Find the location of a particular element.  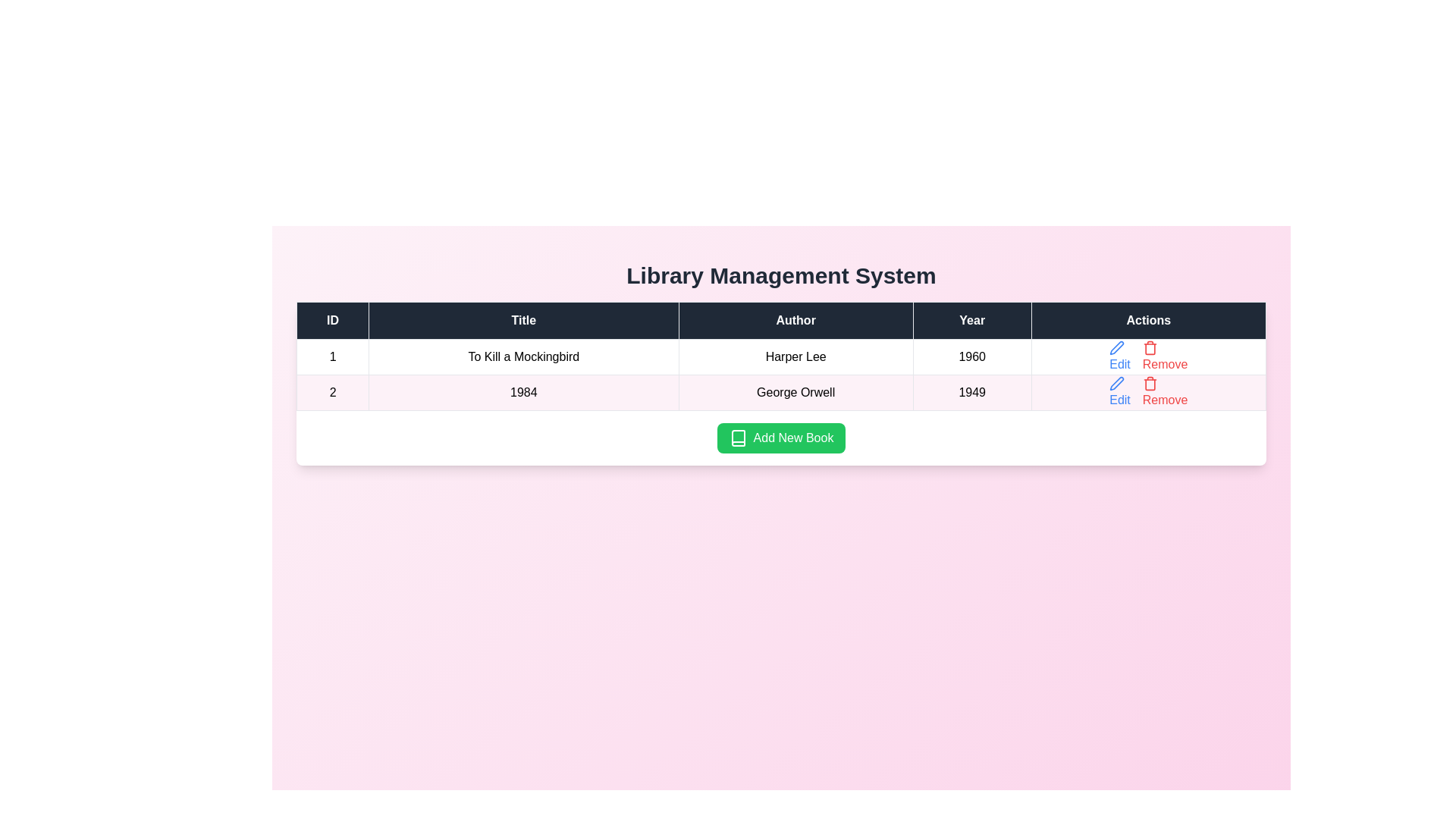

the non-interactive Text Display that shows the author of the book '1984' in the second row of the data table is located at coordinates (795, 391).